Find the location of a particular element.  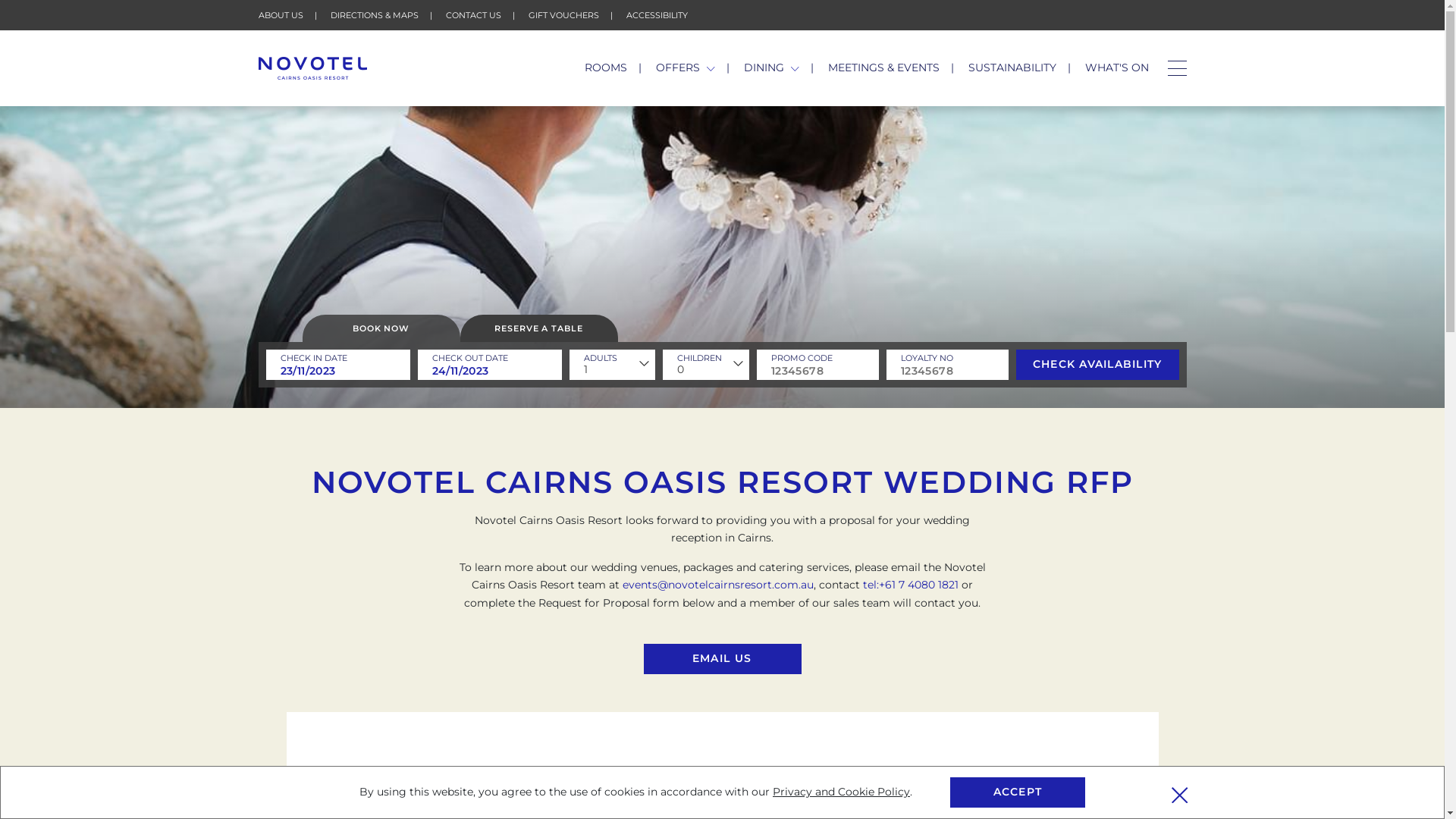

'EMAIL US is located at coordinates (720, 657).